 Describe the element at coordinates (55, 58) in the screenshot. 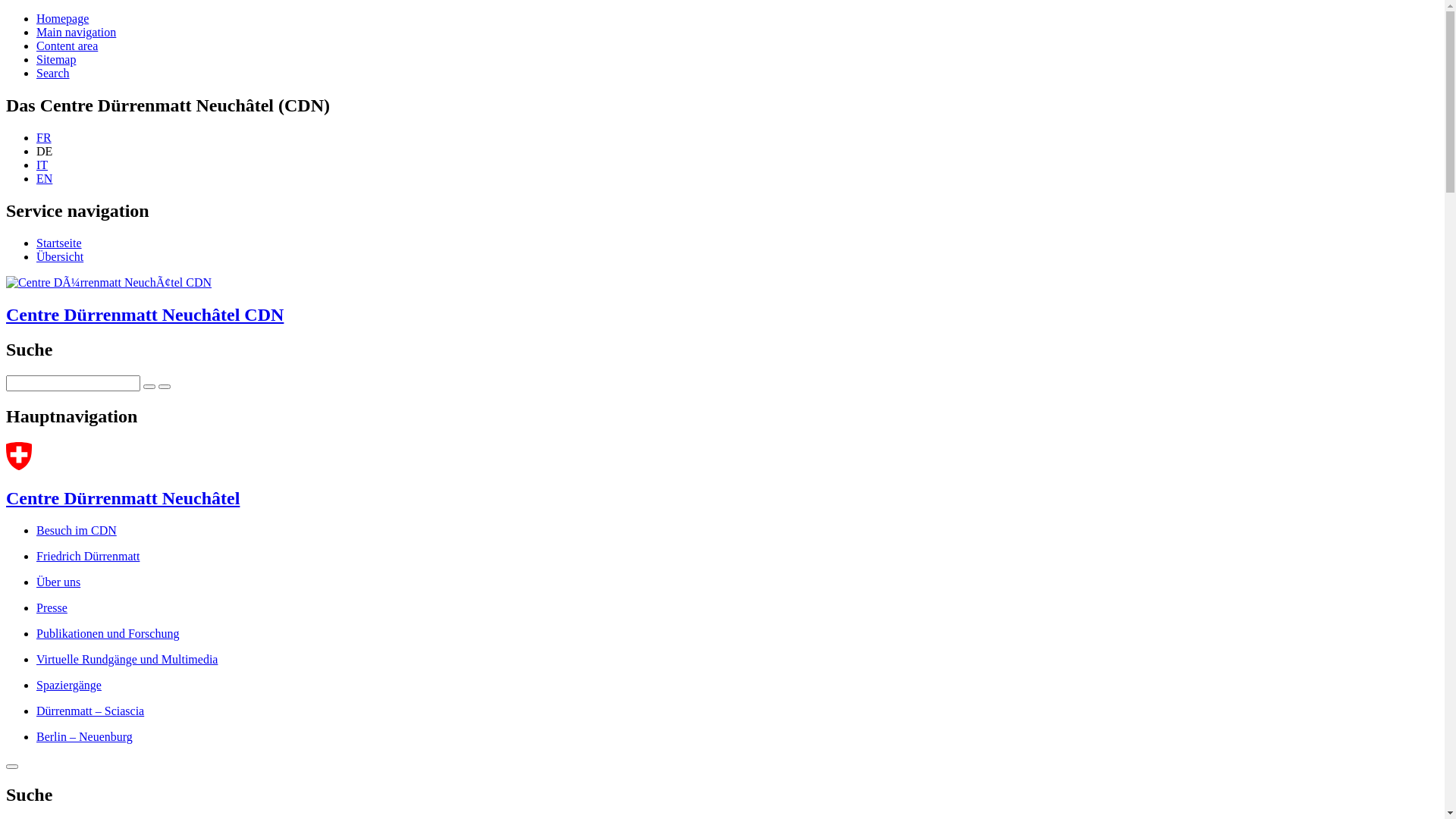

I see `'Sitemap'` at that location.